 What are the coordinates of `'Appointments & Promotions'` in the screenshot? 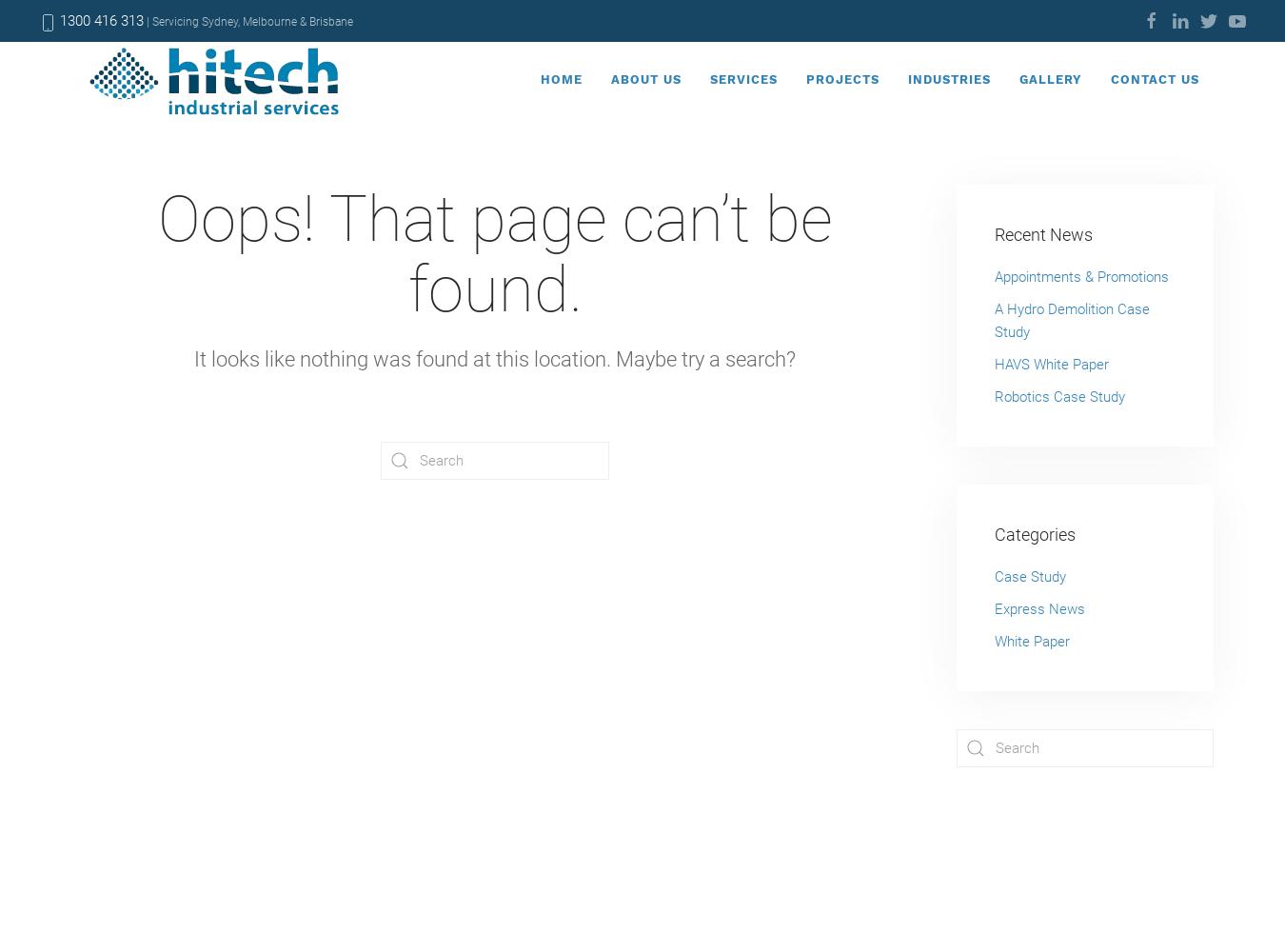 It's located at (995, 277).